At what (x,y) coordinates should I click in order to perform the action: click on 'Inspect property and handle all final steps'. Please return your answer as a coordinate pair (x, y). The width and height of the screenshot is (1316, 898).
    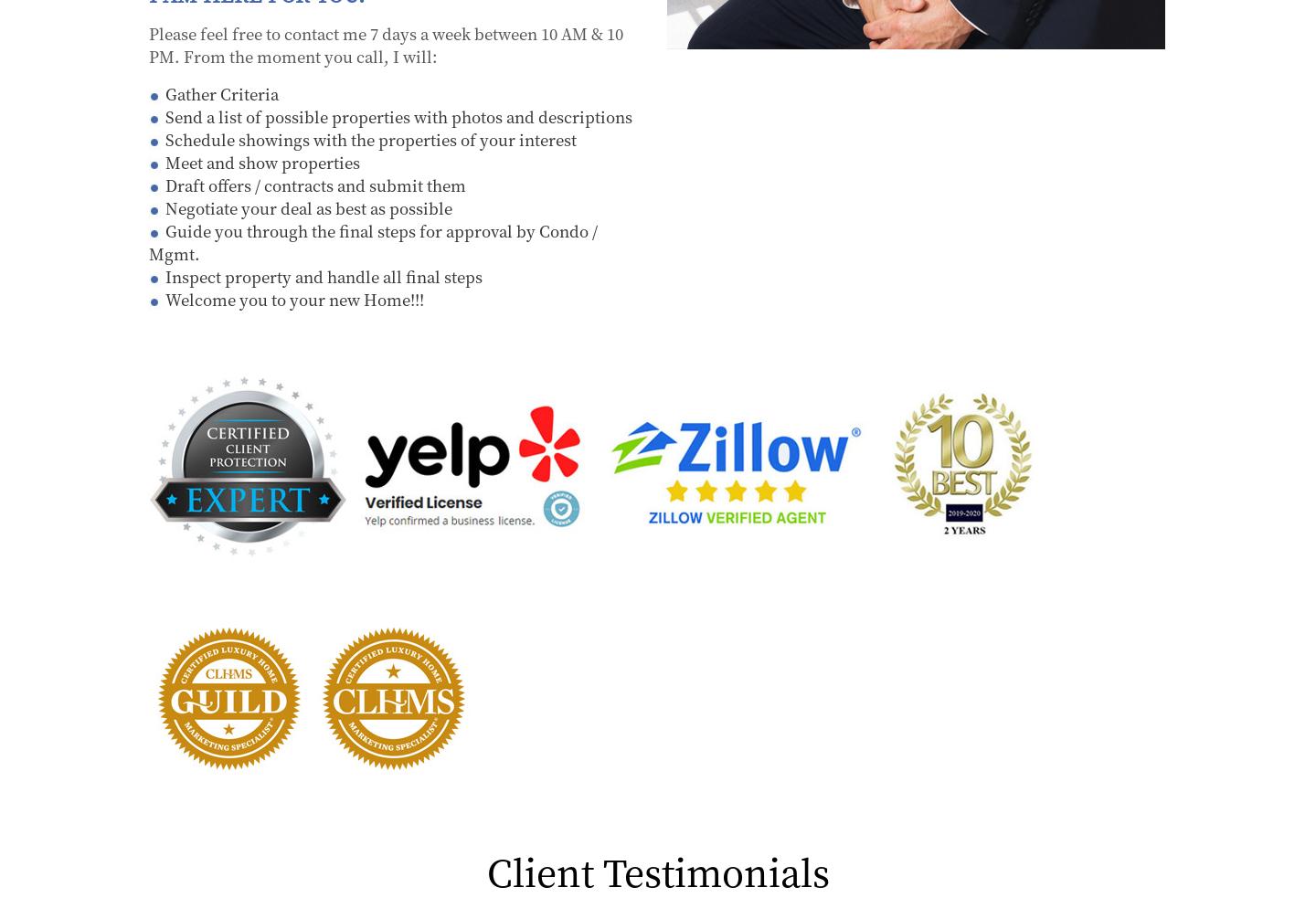
    Looking at the image, I should click on (165, 275).